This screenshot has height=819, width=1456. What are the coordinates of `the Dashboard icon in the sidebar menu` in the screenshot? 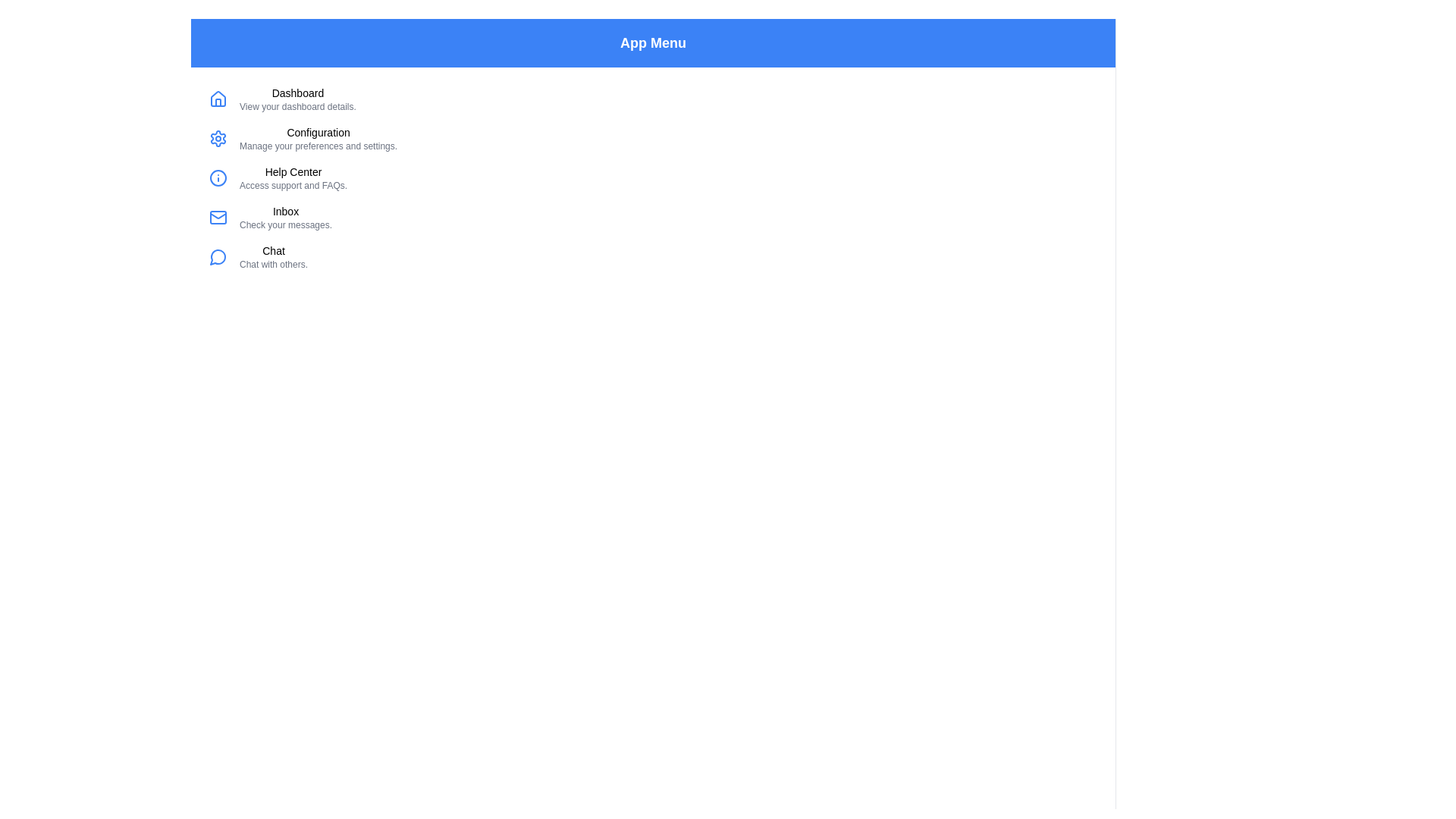 It's located at (218, 99).